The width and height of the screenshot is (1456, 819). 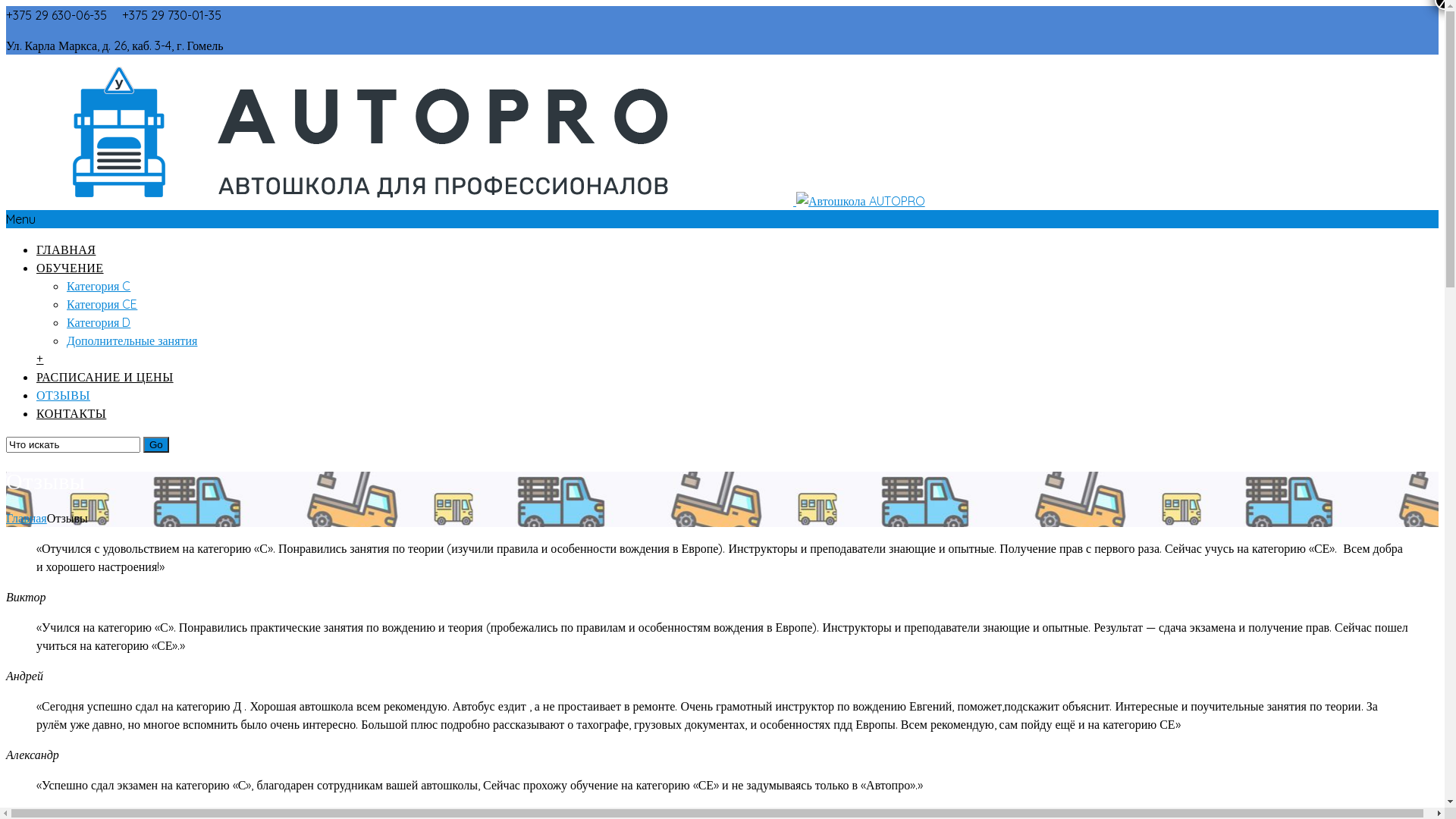 What do you see at coordinates (156, 444) in the screenshot?
I see `'Go'` at bounding box center [156, 444].